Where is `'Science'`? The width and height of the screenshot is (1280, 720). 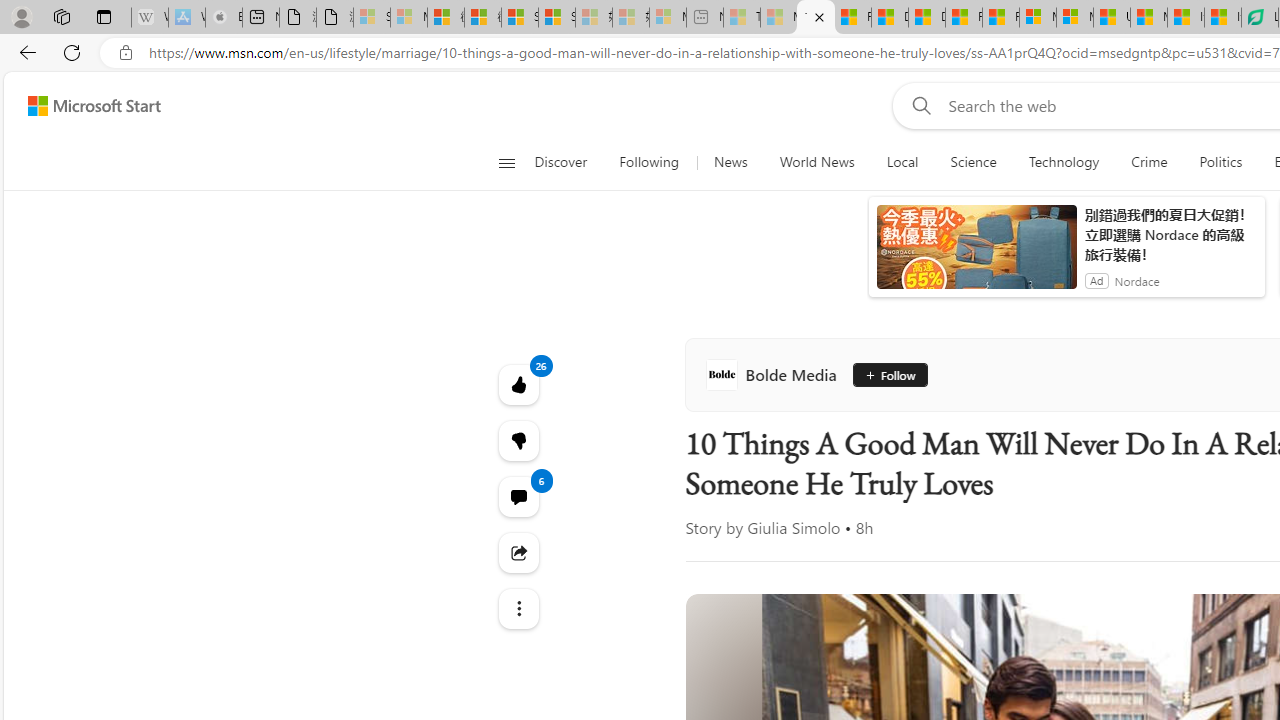 'Science' is located at coordinates (973, 162).